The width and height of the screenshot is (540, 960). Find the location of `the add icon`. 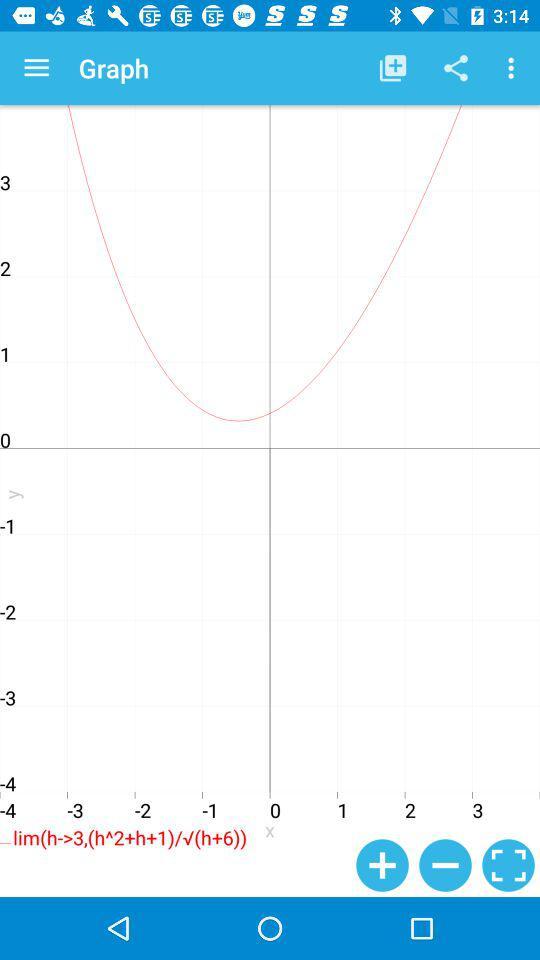

the add icon is located at coordinates (382, 864).